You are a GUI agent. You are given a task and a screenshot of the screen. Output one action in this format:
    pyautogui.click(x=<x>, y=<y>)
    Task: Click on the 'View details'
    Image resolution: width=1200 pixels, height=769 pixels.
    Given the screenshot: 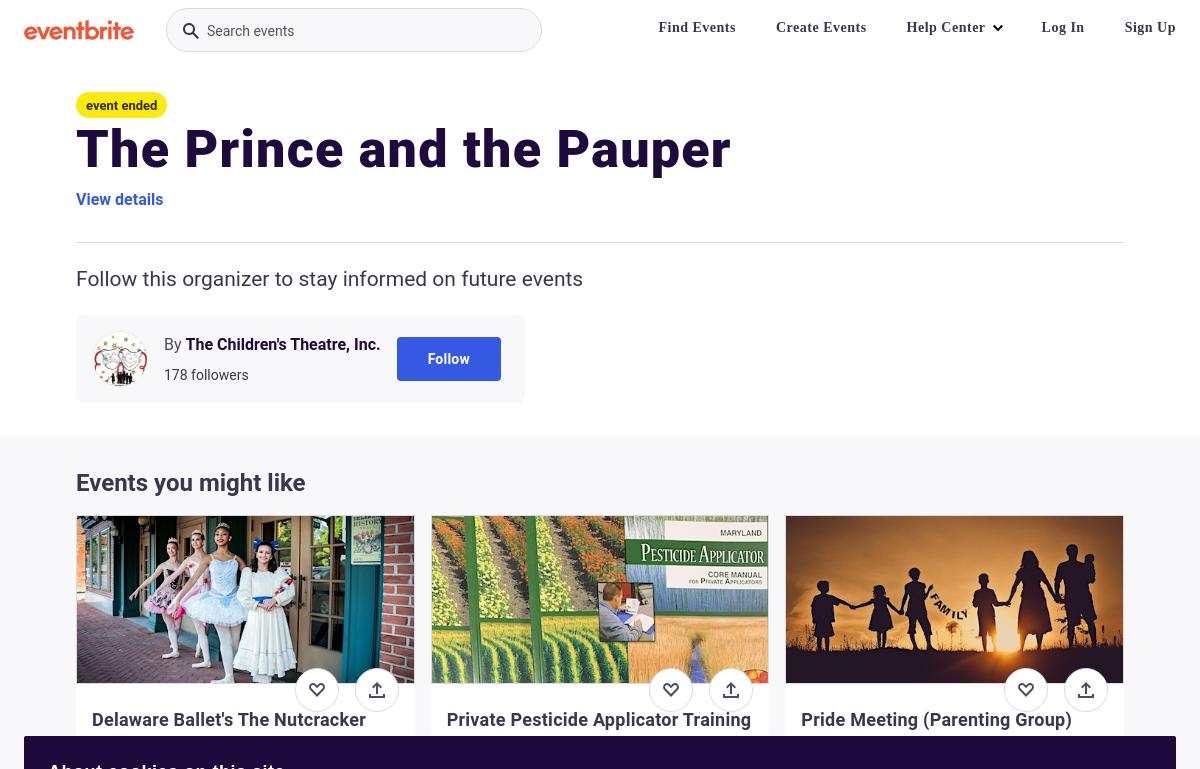 What is the action you would take?
    pyautogui.click(x=119, y=198)
    